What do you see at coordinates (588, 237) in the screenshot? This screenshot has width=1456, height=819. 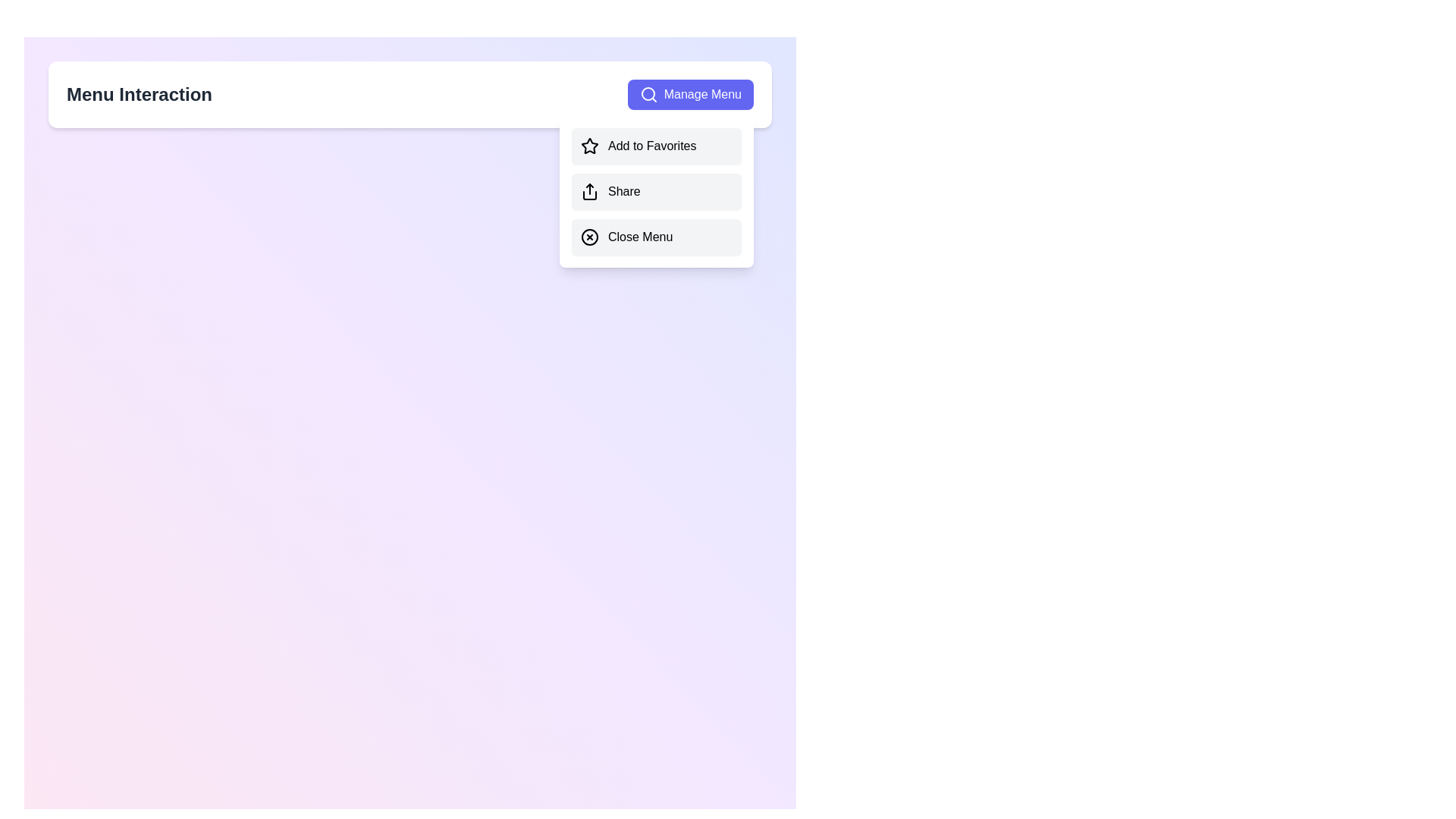 I see `the circular icon on the leftmost side of the 'Close Menu' option` at bounding box center [588, 237].